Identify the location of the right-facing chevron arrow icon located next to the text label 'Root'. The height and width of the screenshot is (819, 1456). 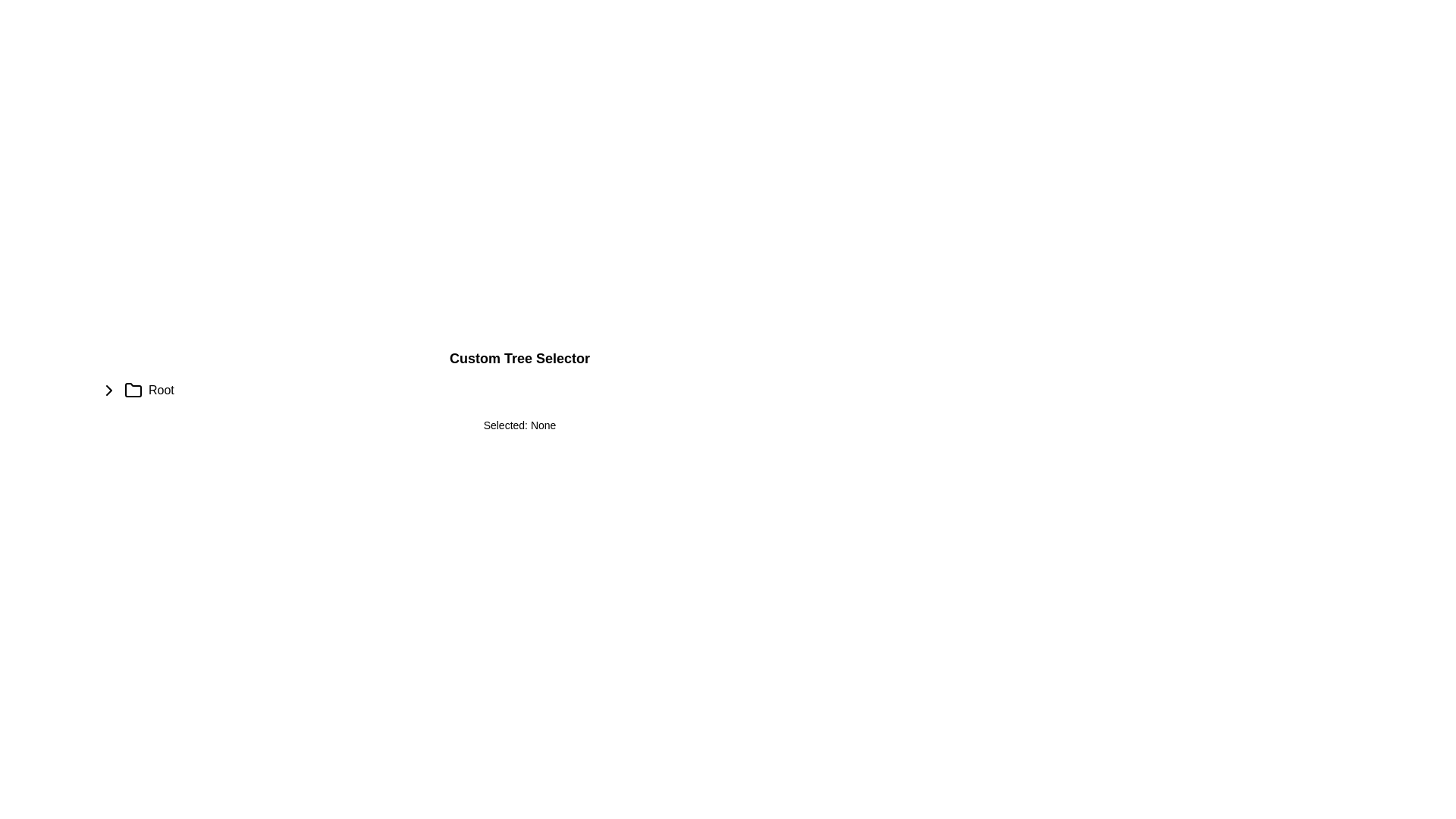
(108, 390).